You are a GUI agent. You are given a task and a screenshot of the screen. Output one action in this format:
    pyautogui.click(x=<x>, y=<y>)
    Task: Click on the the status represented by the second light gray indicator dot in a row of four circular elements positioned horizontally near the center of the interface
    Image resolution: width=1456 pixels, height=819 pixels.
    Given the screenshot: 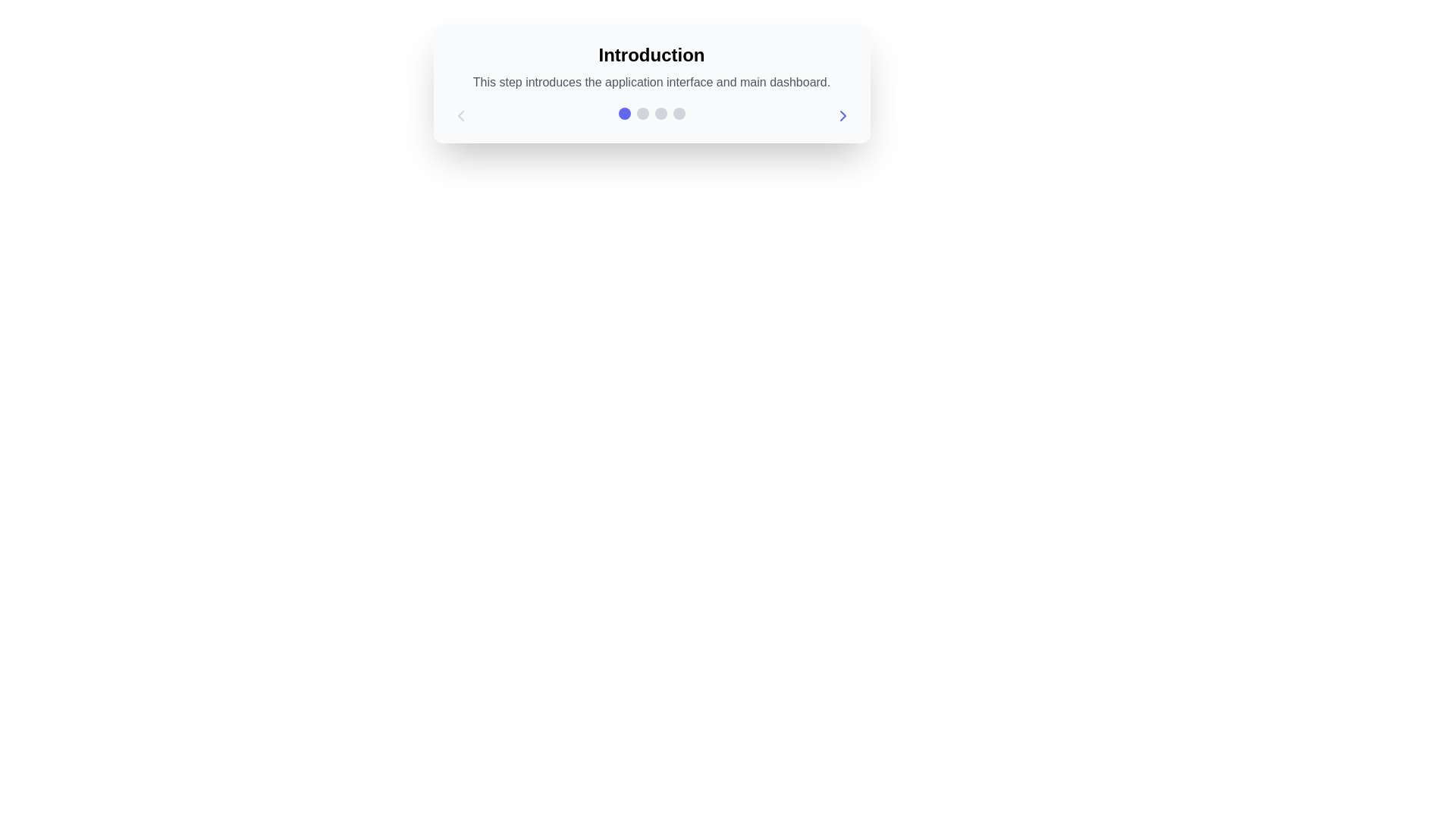 What is the action you would take?
    pyautogui.click(x=642, y=113)
    